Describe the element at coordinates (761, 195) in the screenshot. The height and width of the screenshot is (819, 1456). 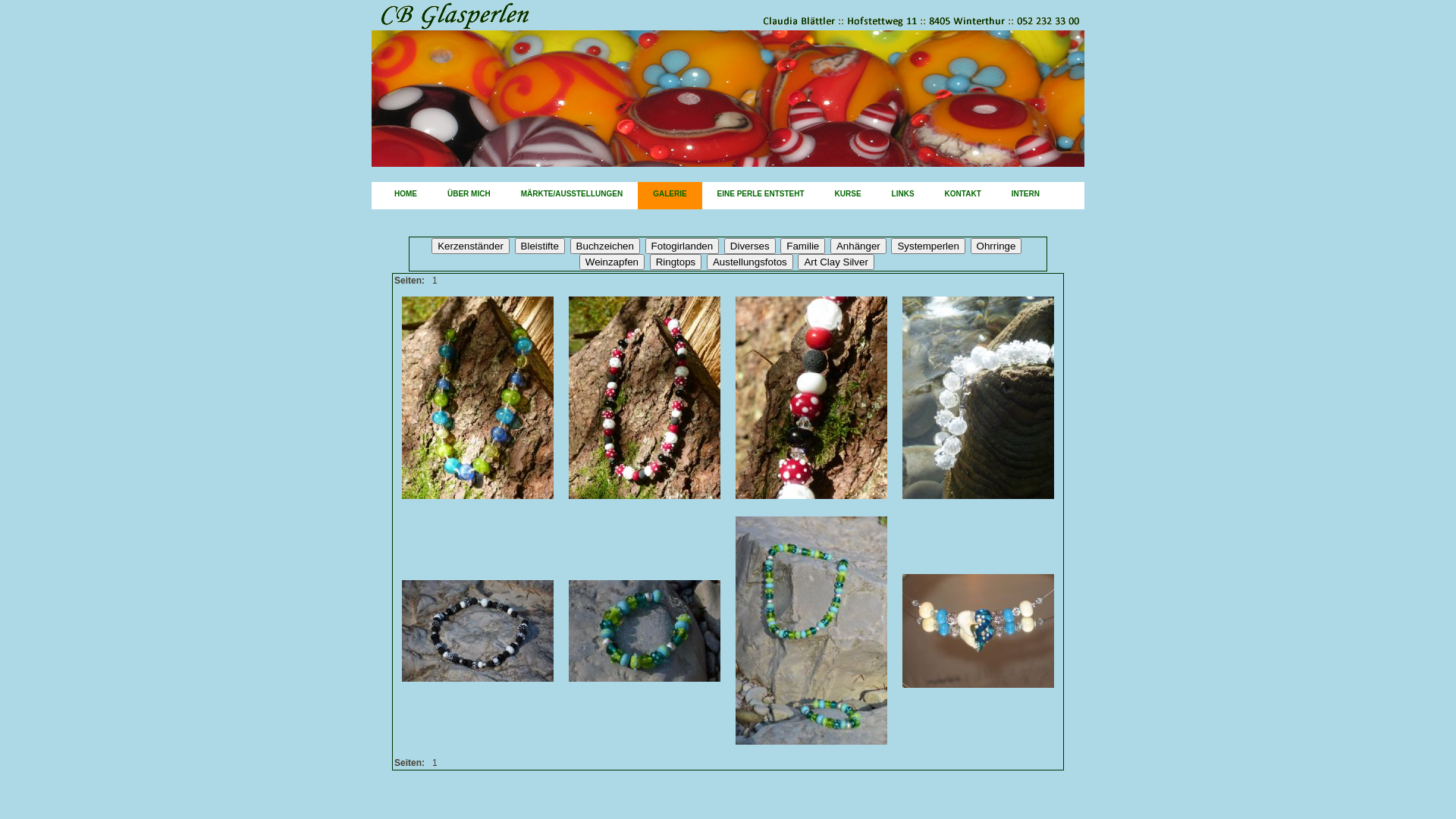
I see `'EINE PERLE ENTSTEHT'` at that location.